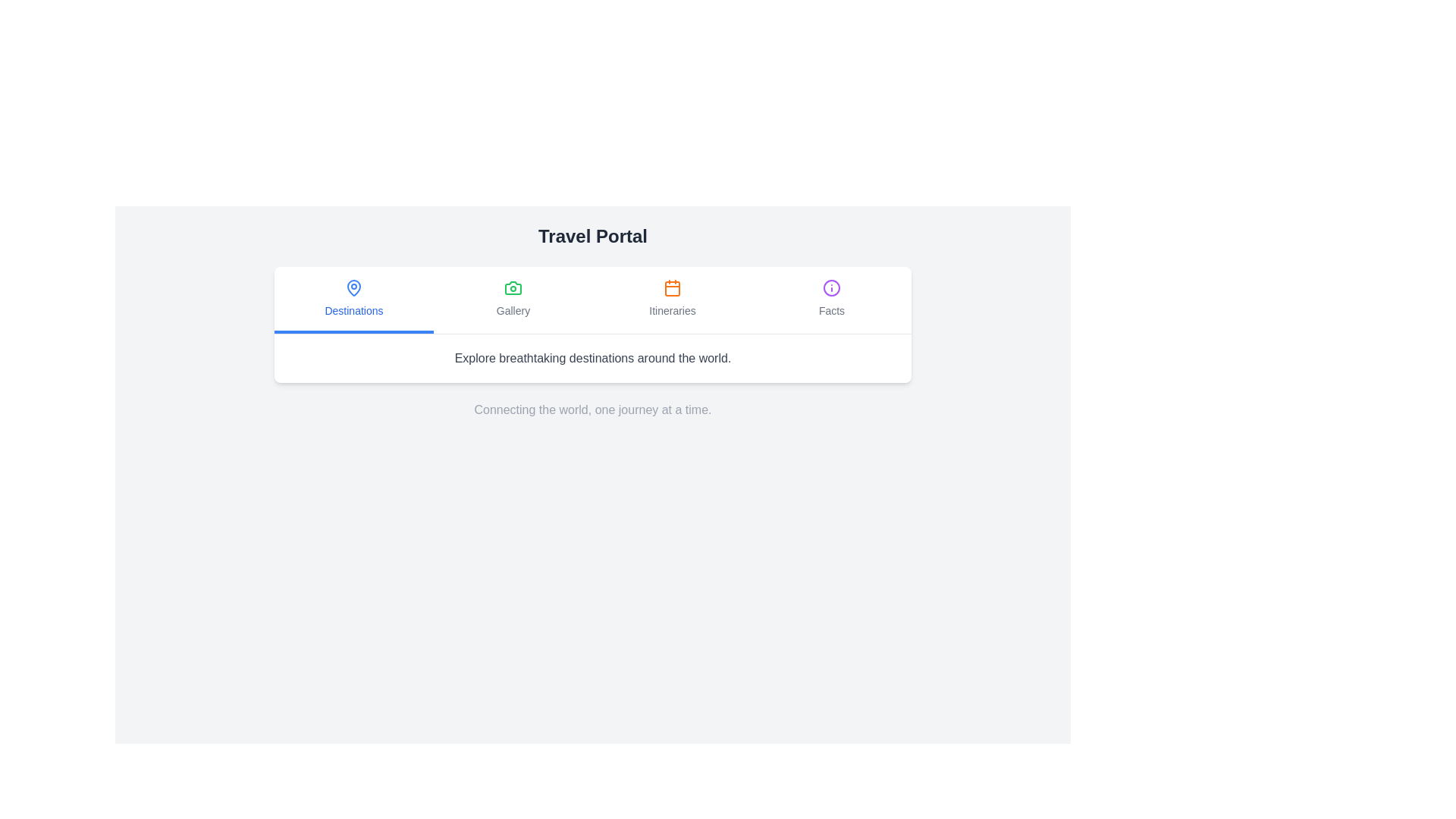  What do you see at coordinates (353, 288) in the screenshot?
I see `the blue map pin icon in the 'Destinations' section of the navigation bar, which is the first item among other options like 'Gallery', 'Itineraries', and 'Facts'` at bounding box center [353, 288].